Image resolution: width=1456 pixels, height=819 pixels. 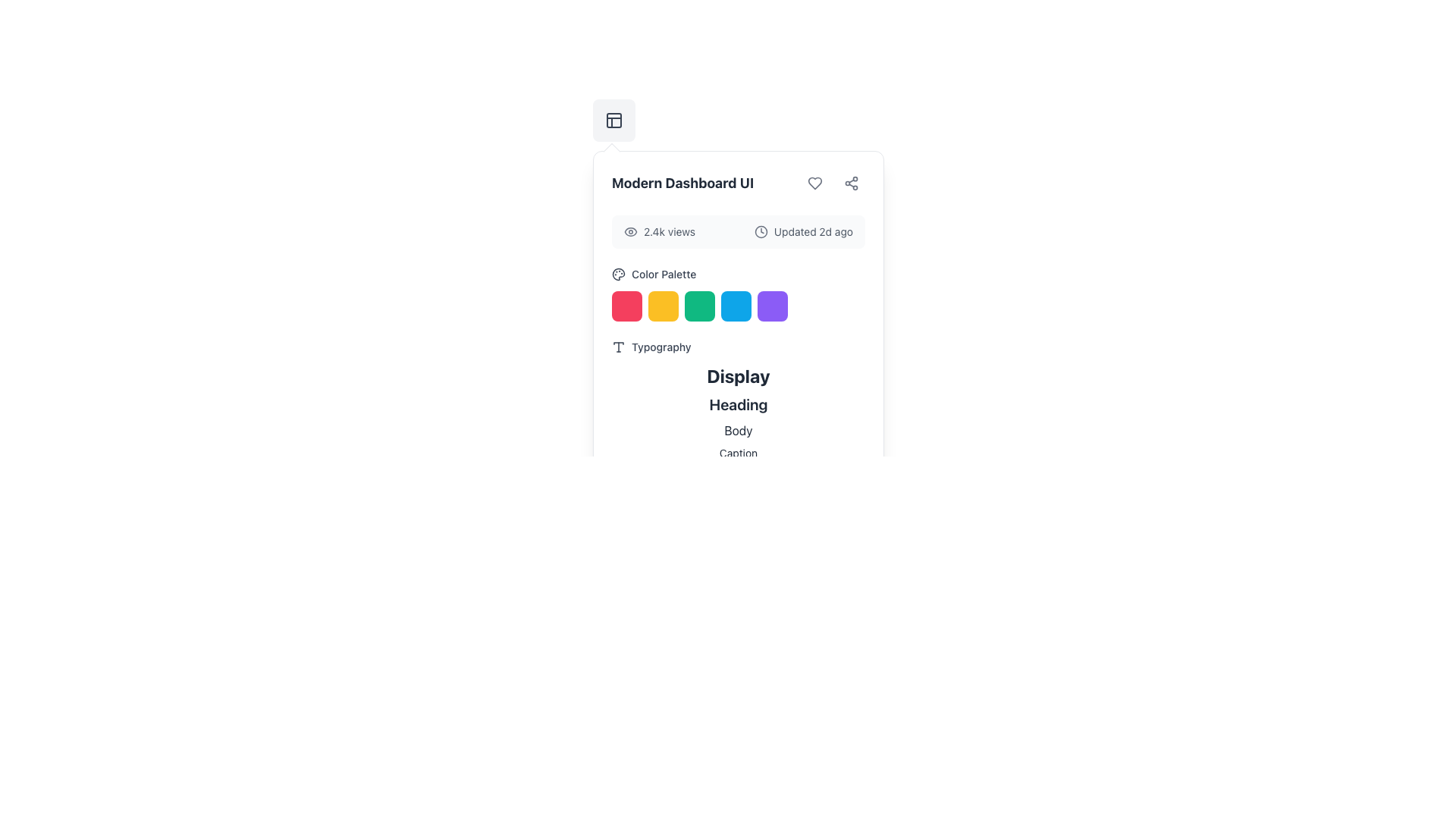 What do you see at coordinates (761, 231) in the screenshot?
I see `circular SVG shape element that serves as the base of the clock icon located in the top-right section of a card layout using developer tools` at bounding box center [761, 231].